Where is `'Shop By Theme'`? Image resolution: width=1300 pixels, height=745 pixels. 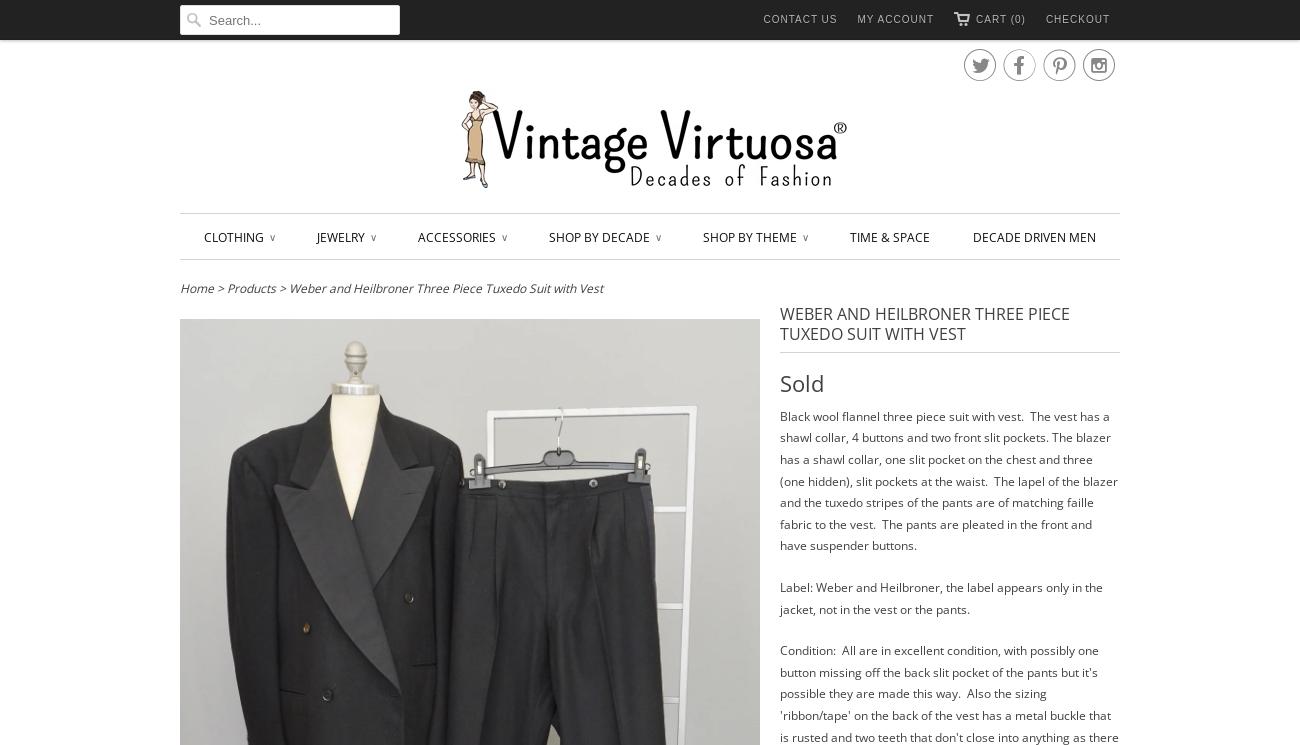 'Shop By Theme' is located at coordinates (702, 236).